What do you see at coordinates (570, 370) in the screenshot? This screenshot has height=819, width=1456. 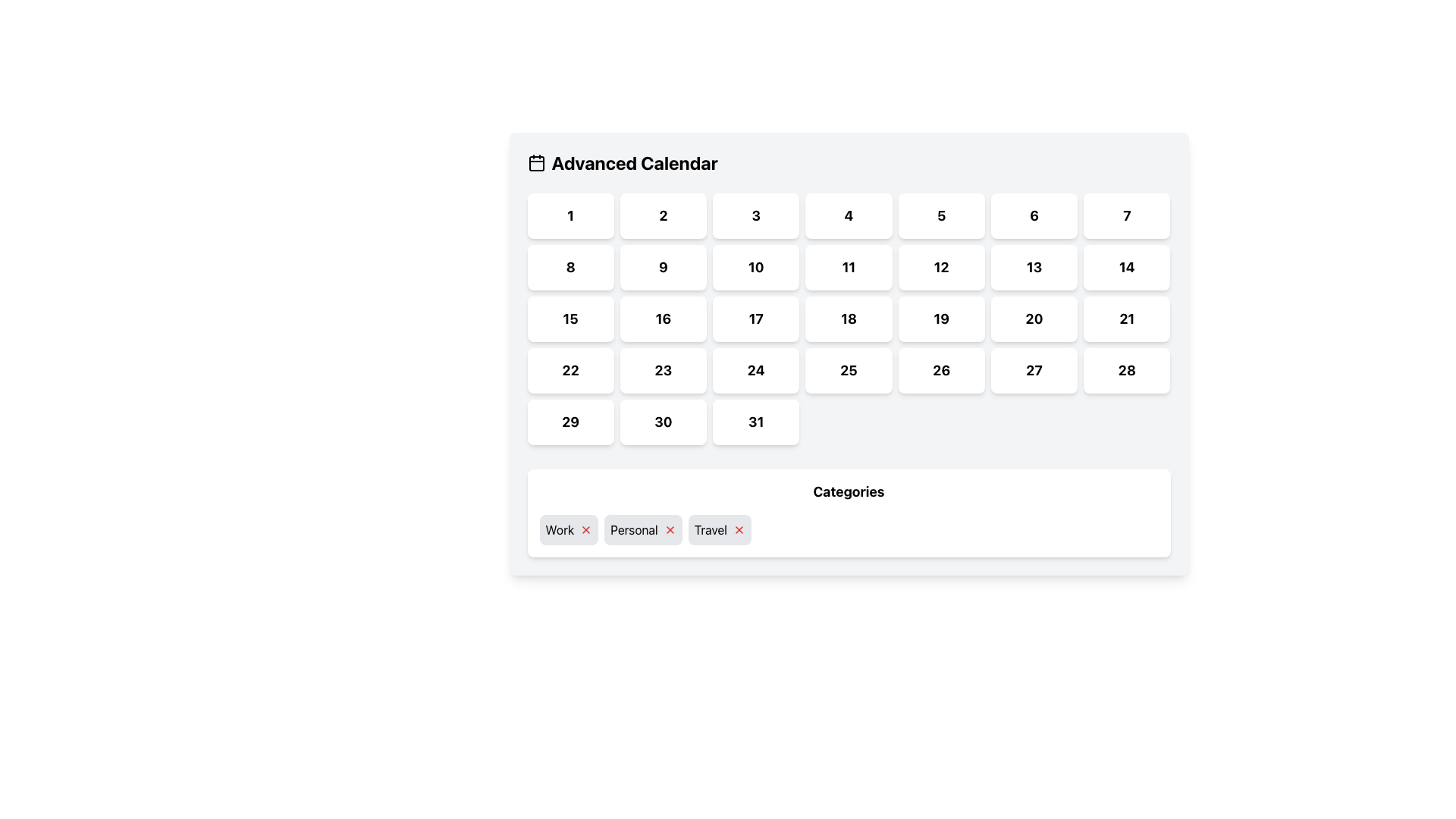 I see `the text label '22' within the white rectangular button` at bounding box center [570, 370].